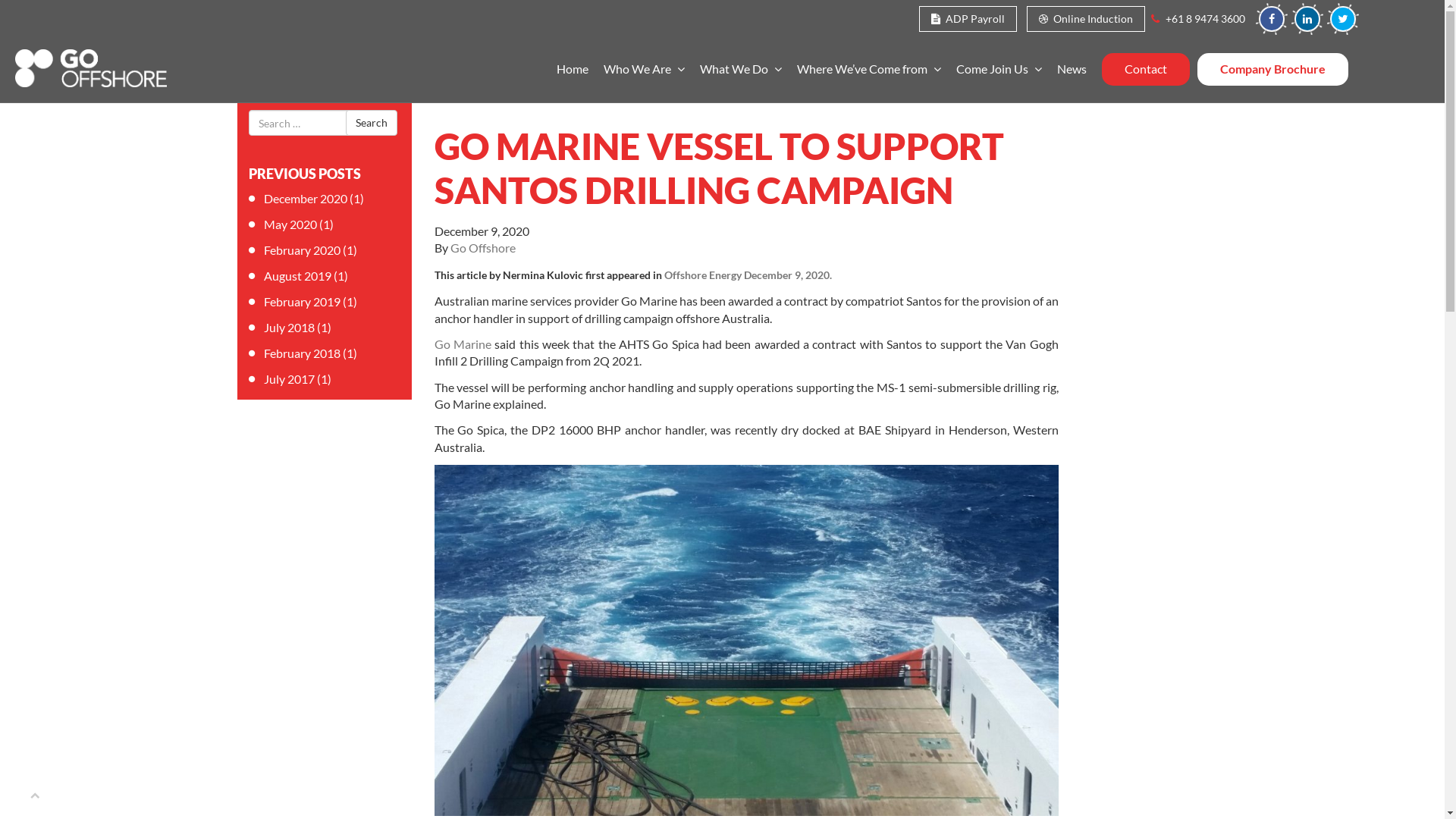 The height and width of the screenshot is (819, 1456). Describe the element at coordinates (1272, 69) in the screenshot. I see `'Company Brochure'` at that location.